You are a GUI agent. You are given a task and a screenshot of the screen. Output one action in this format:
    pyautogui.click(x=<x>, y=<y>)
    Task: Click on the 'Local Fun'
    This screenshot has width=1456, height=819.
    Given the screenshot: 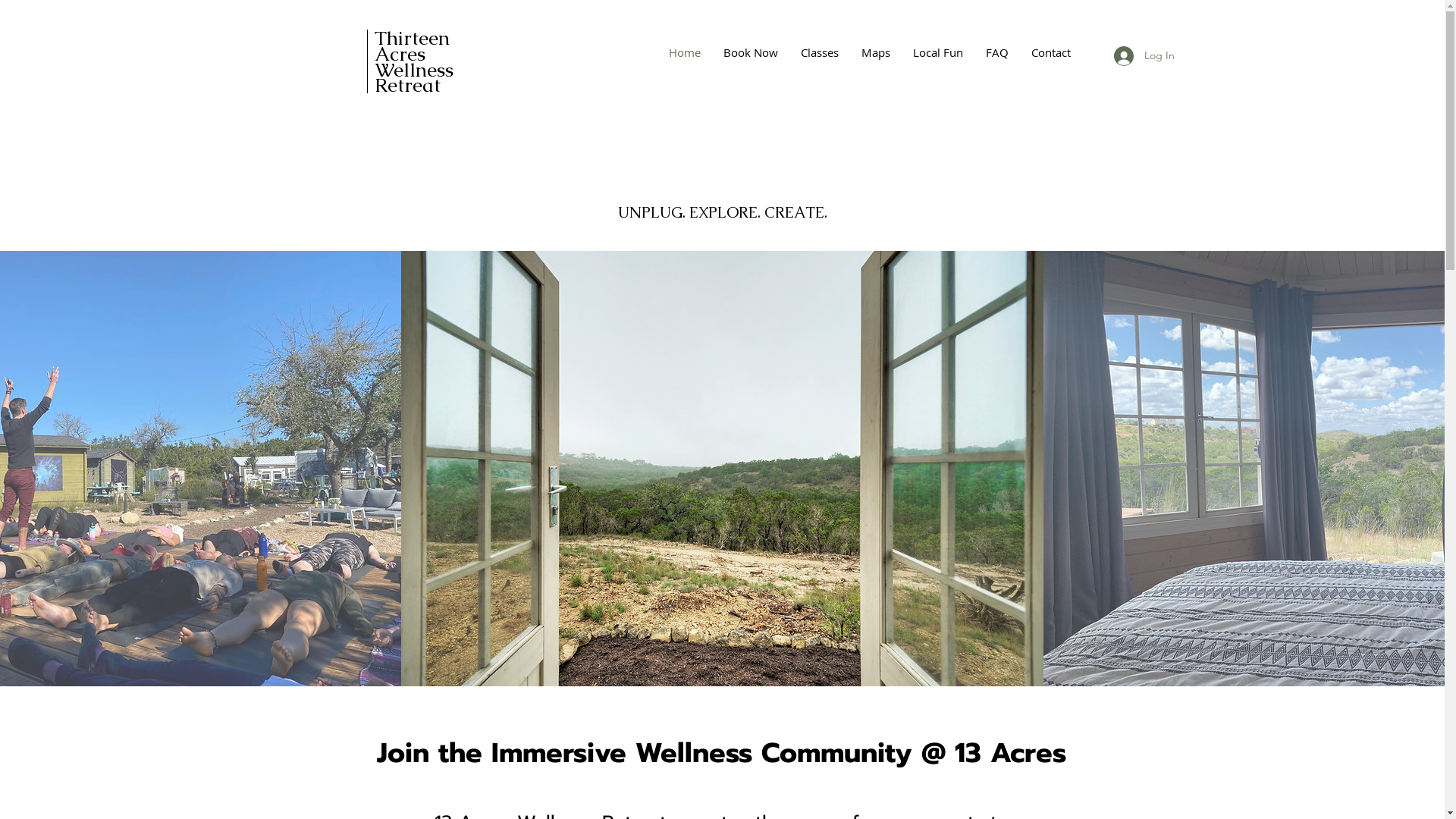 What is the action you would take?
    pyautogui.click(x=937, y=52)
    